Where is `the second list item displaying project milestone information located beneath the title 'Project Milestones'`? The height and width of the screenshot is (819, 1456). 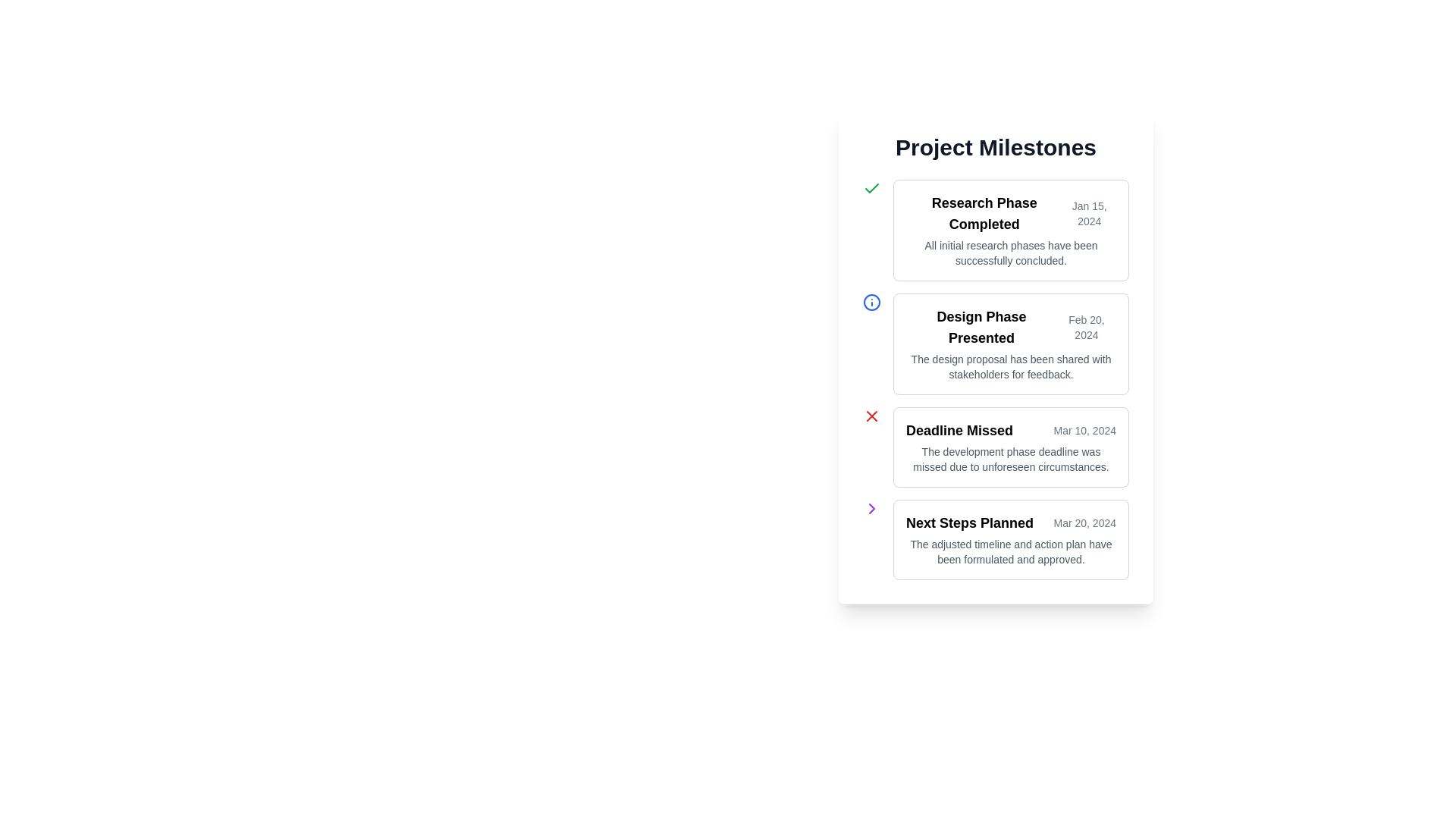
the second list item displaying project milestone information located beneath the title 'Project Milestones' is located at coordinates (996, 379).